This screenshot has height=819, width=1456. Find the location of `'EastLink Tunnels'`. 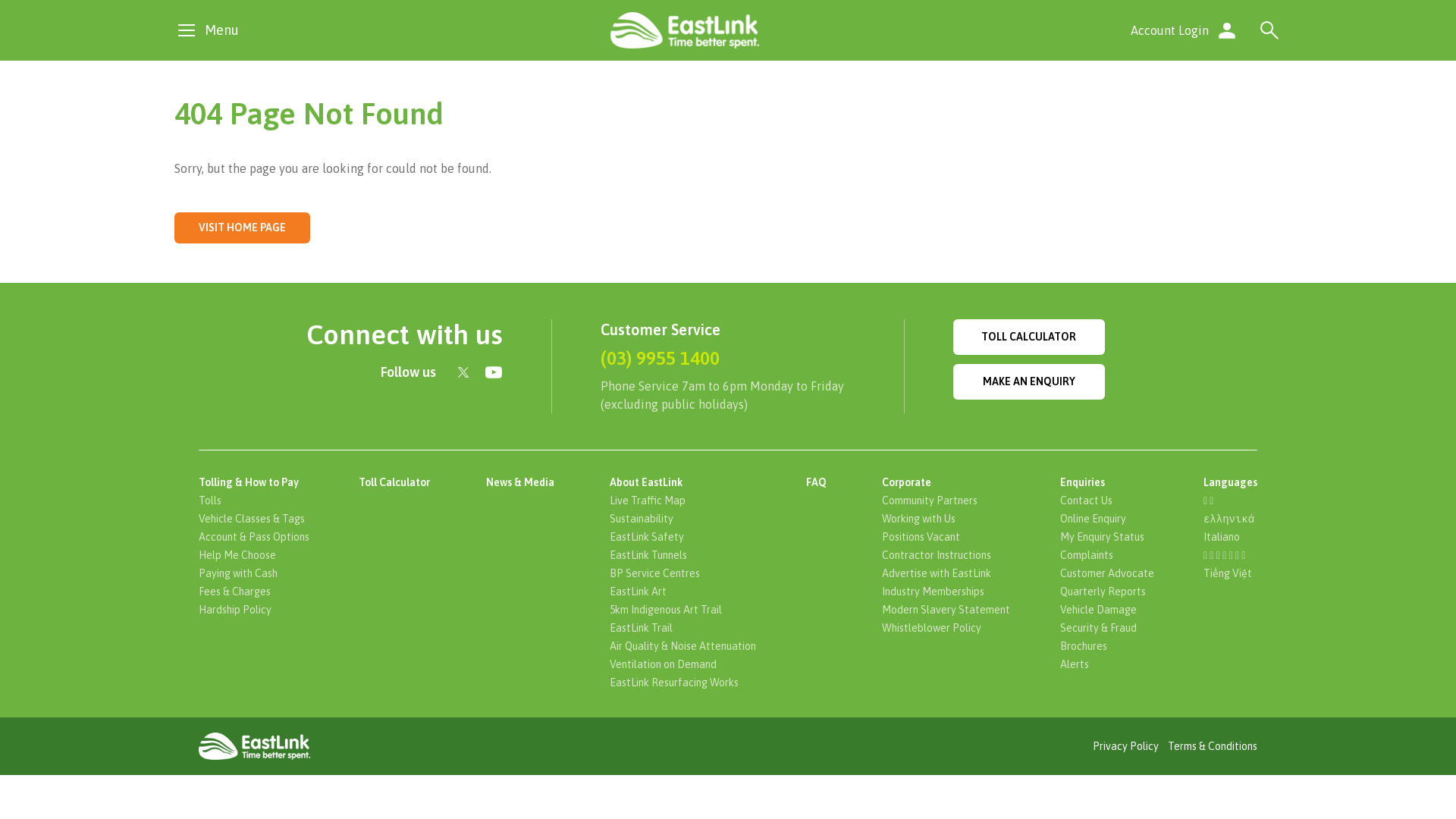

'EastLink Tunnels' is located at coordinates (654, 555).